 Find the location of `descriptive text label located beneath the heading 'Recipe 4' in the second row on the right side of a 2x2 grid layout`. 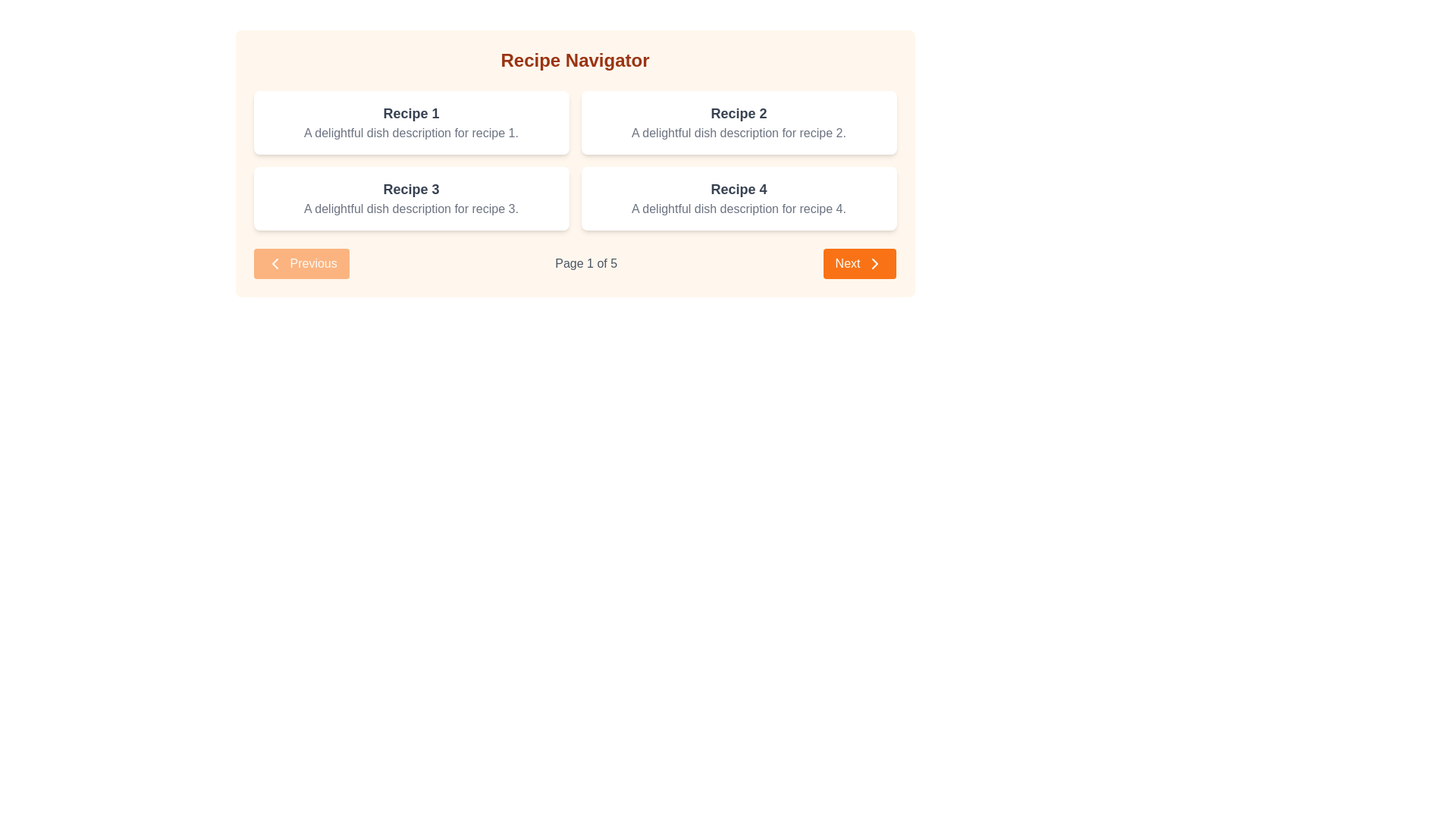

descriptive text label located beneath the heading 'Recipe 4' in the second row on the right side of a 2x2 grid layout is located at coordinates (739, 209).